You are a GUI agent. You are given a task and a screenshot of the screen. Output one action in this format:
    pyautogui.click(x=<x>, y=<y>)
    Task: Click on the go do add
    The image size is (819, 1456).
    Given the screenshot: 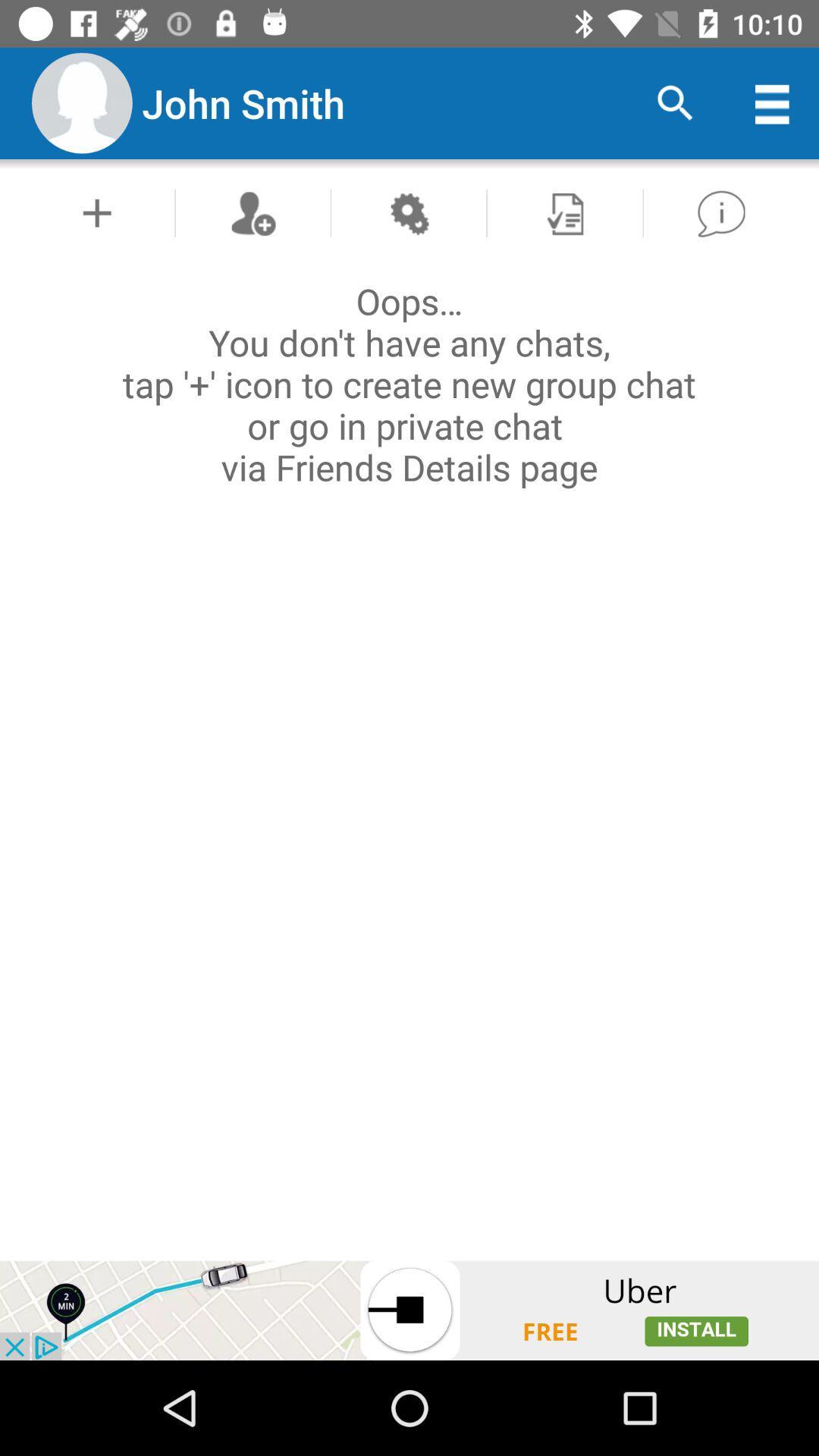 What is the action you would take?
    pyautogui.click(x=97, y=212)
    